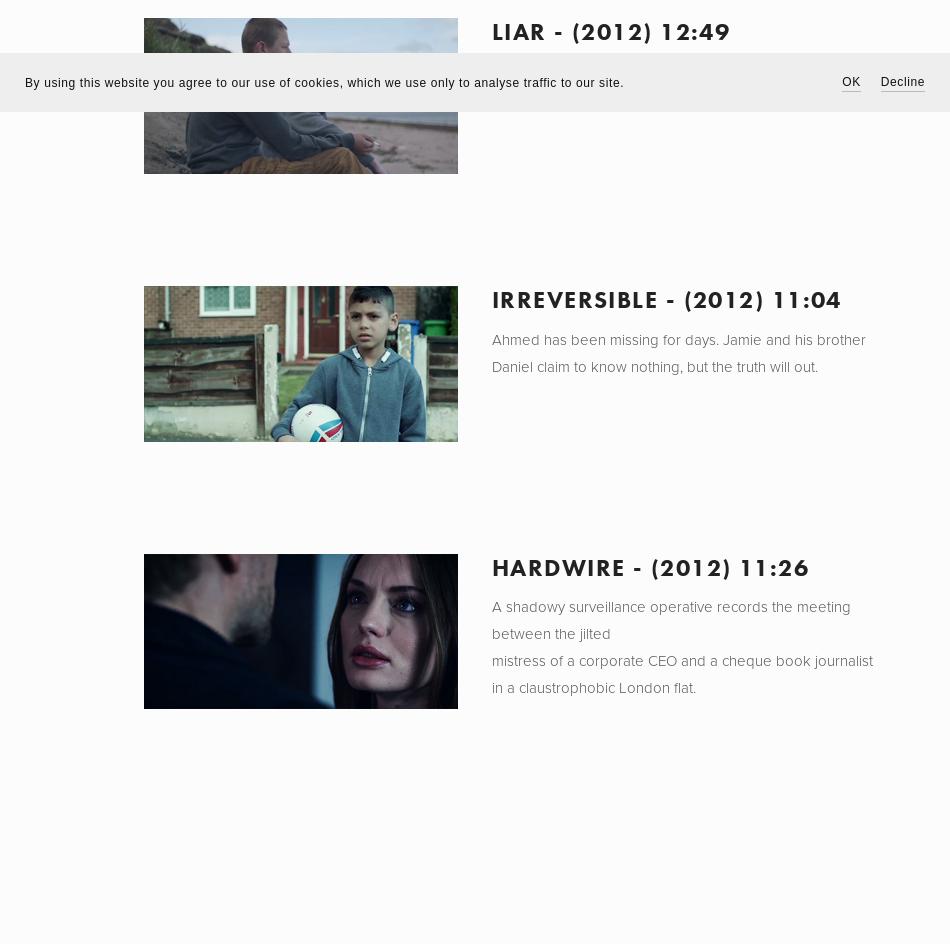  Describe the element at coordinates (678, 351) in the screenshot. I see `'Ahmed has been missing for days. Jamie and his brother Daniel claim to know nothing, but the truth will out.'` at that location.